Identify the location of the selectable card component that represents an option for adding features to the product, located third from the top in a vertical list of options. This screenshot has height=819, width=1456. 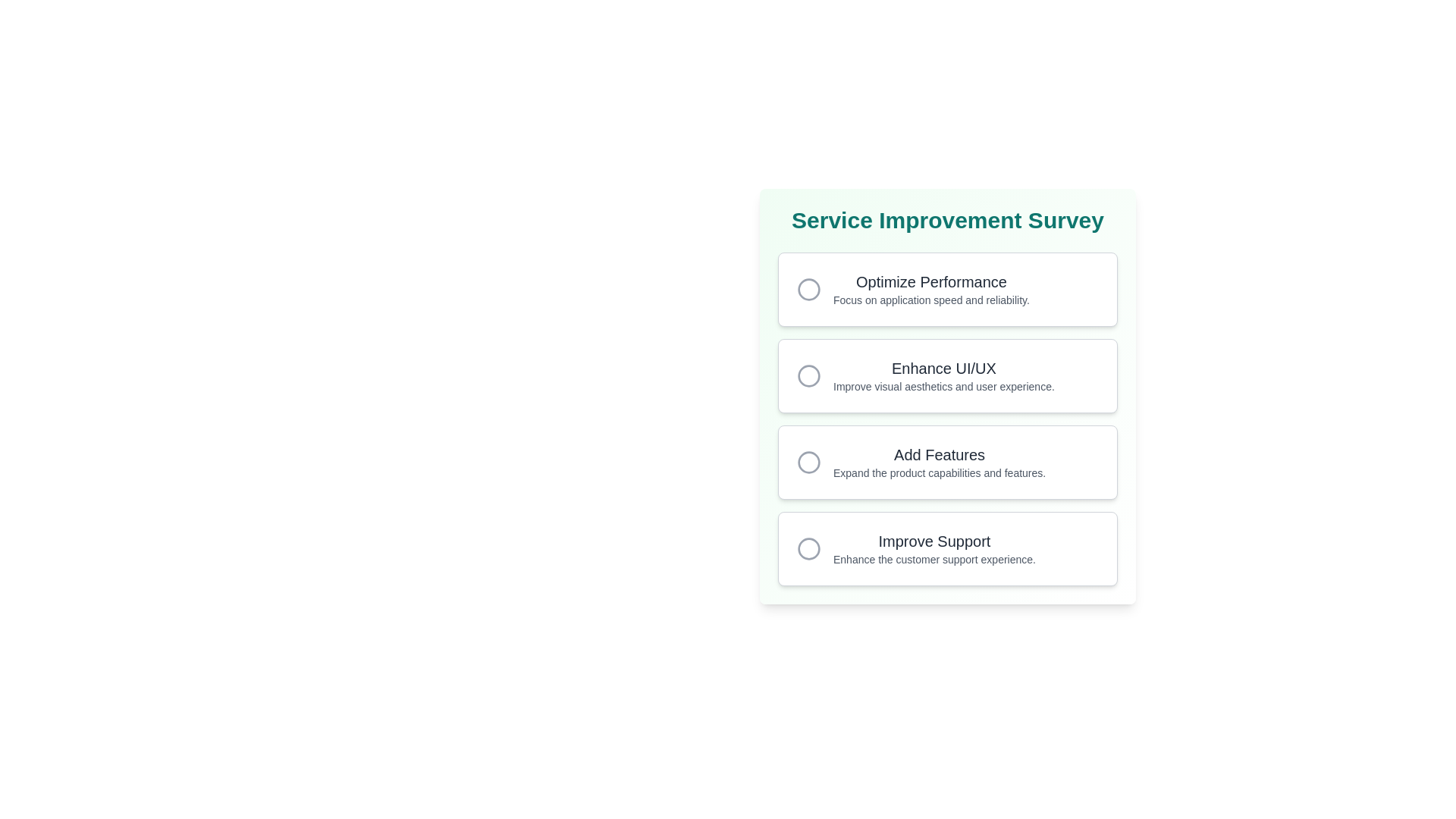
(946, 461).